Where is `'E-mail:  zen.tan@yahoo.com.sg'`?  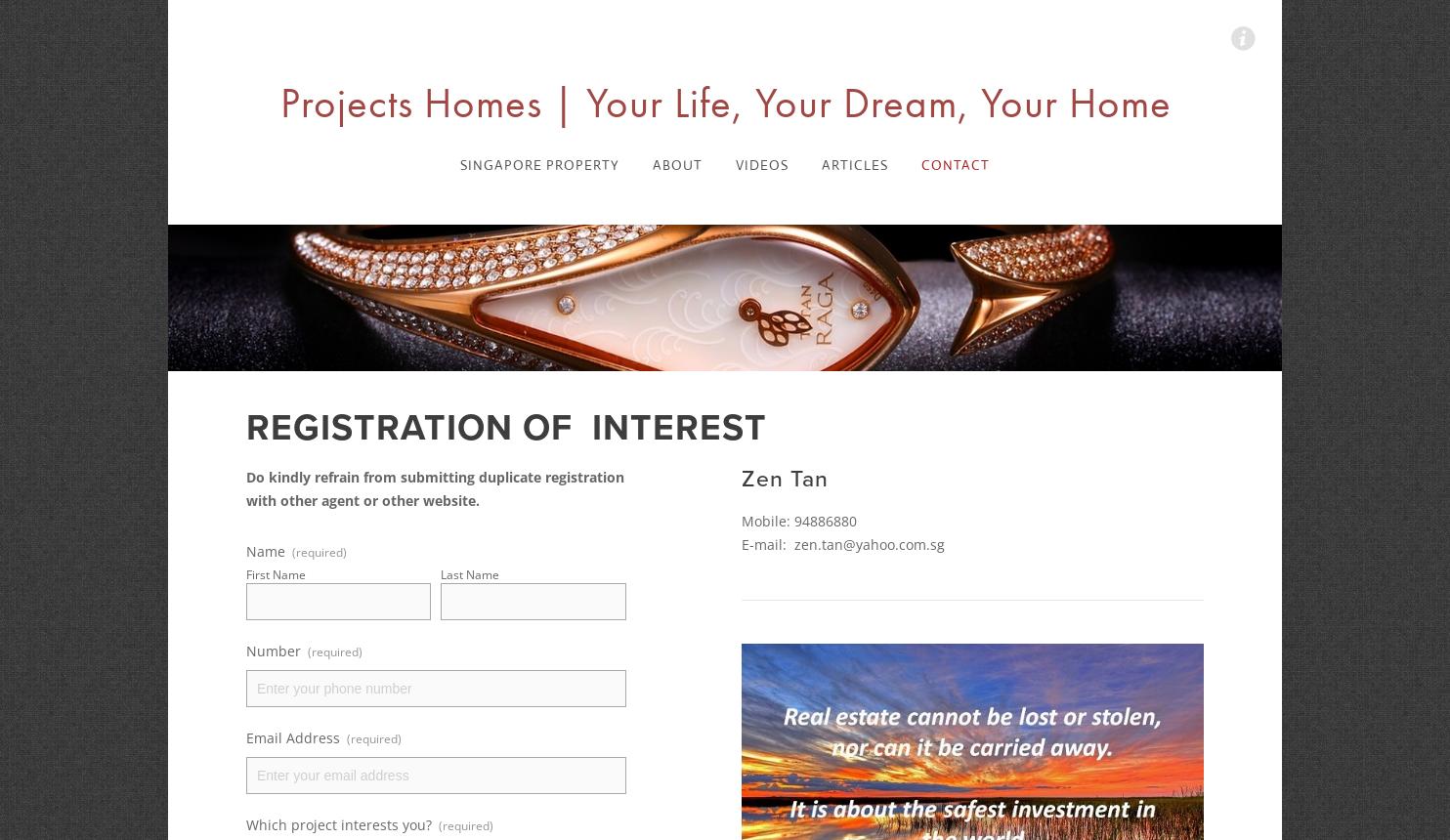
'E-mail:  zen.tan@yahoo.com.sg' is located at coordinates (842, 544).